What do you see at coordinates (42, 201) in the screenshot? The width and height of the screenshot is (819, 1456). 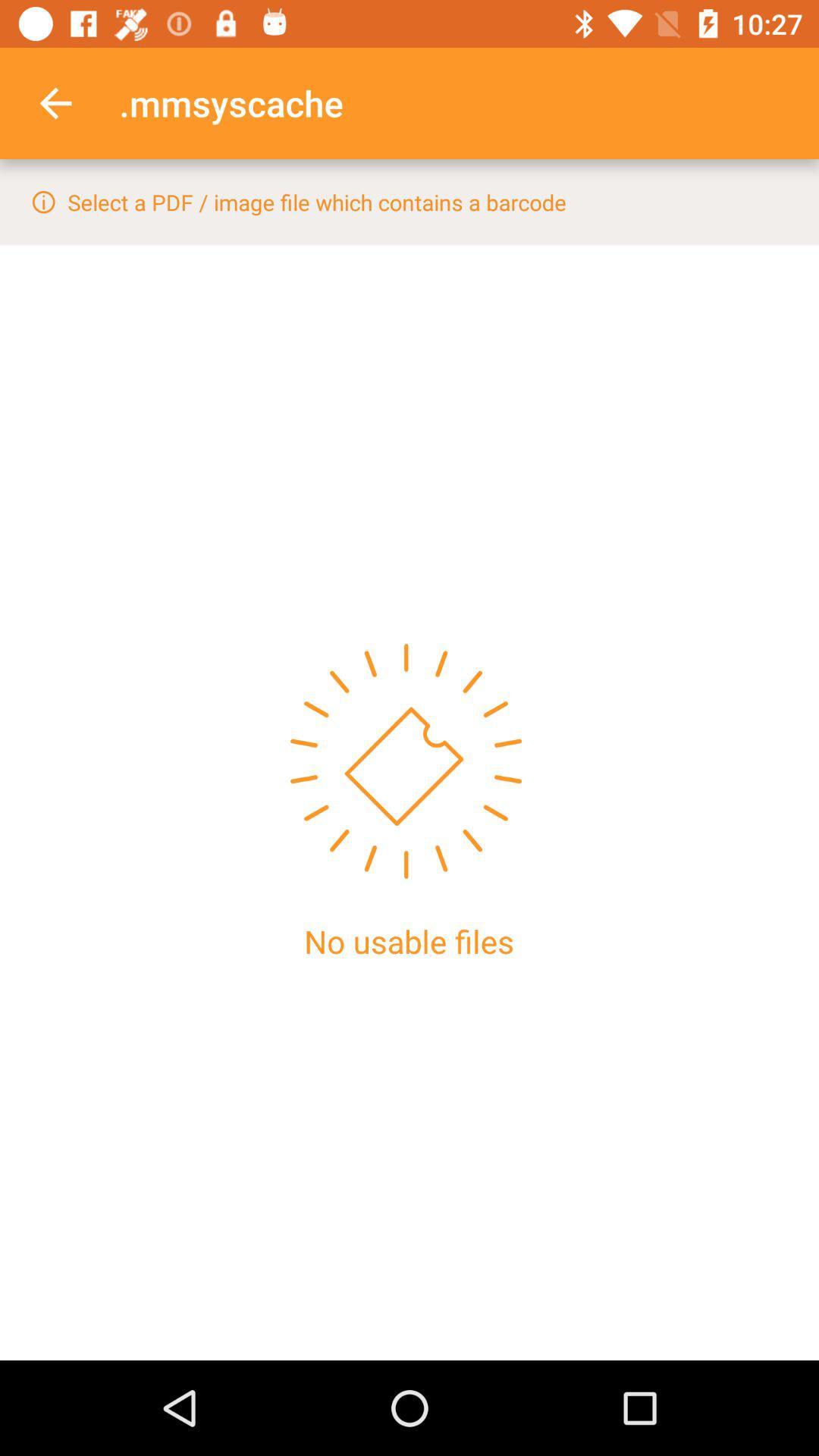 I see `the icon which is left side of the select a pdf  image file which contains a barcode` at bounding box center [42, 201].